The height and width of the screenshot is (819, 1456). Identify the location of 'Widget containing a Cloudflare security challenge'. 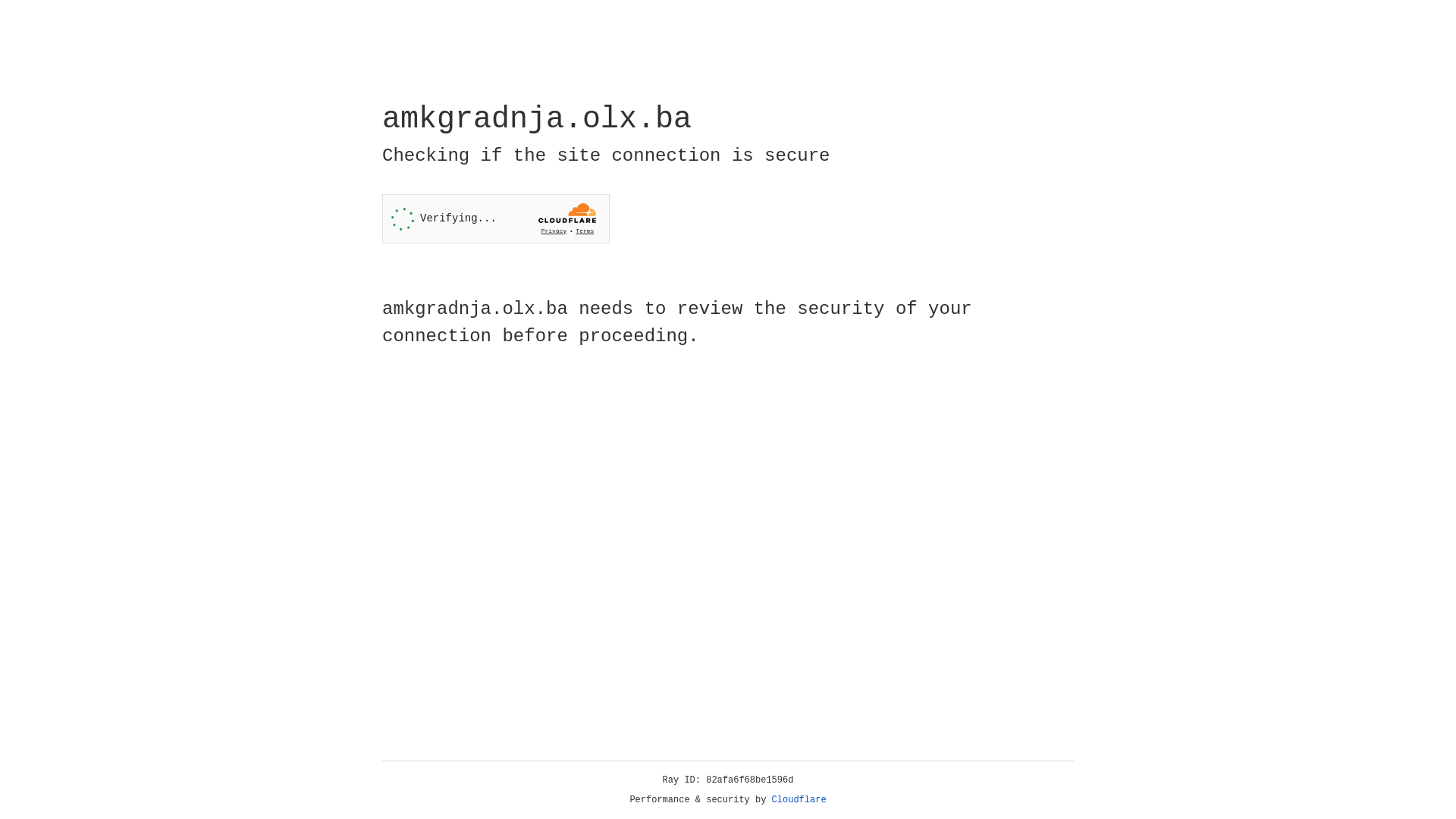
(495, 218).